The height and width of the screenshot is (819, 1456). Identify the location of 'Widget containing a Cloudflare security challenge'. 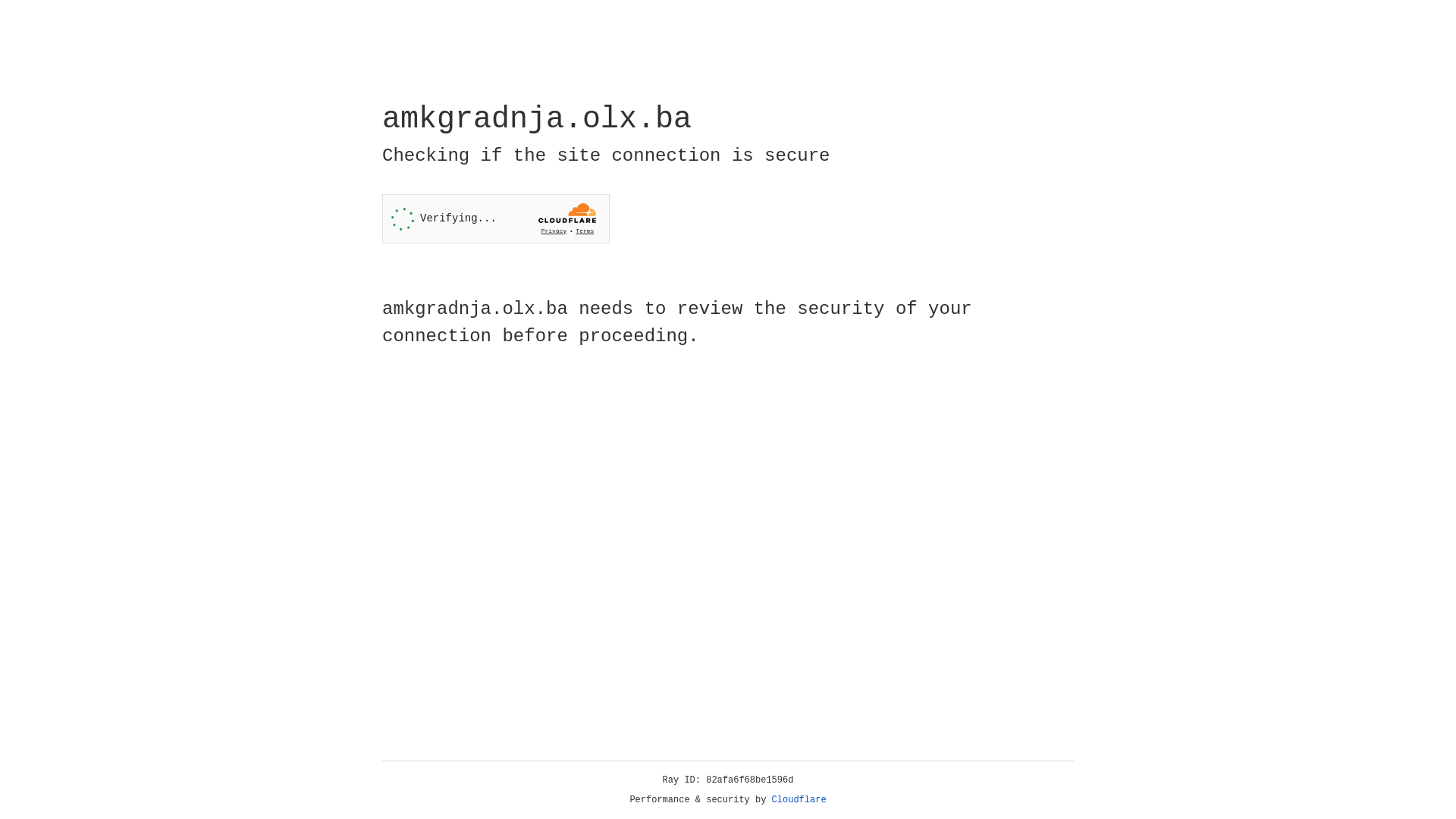
(495, 218).